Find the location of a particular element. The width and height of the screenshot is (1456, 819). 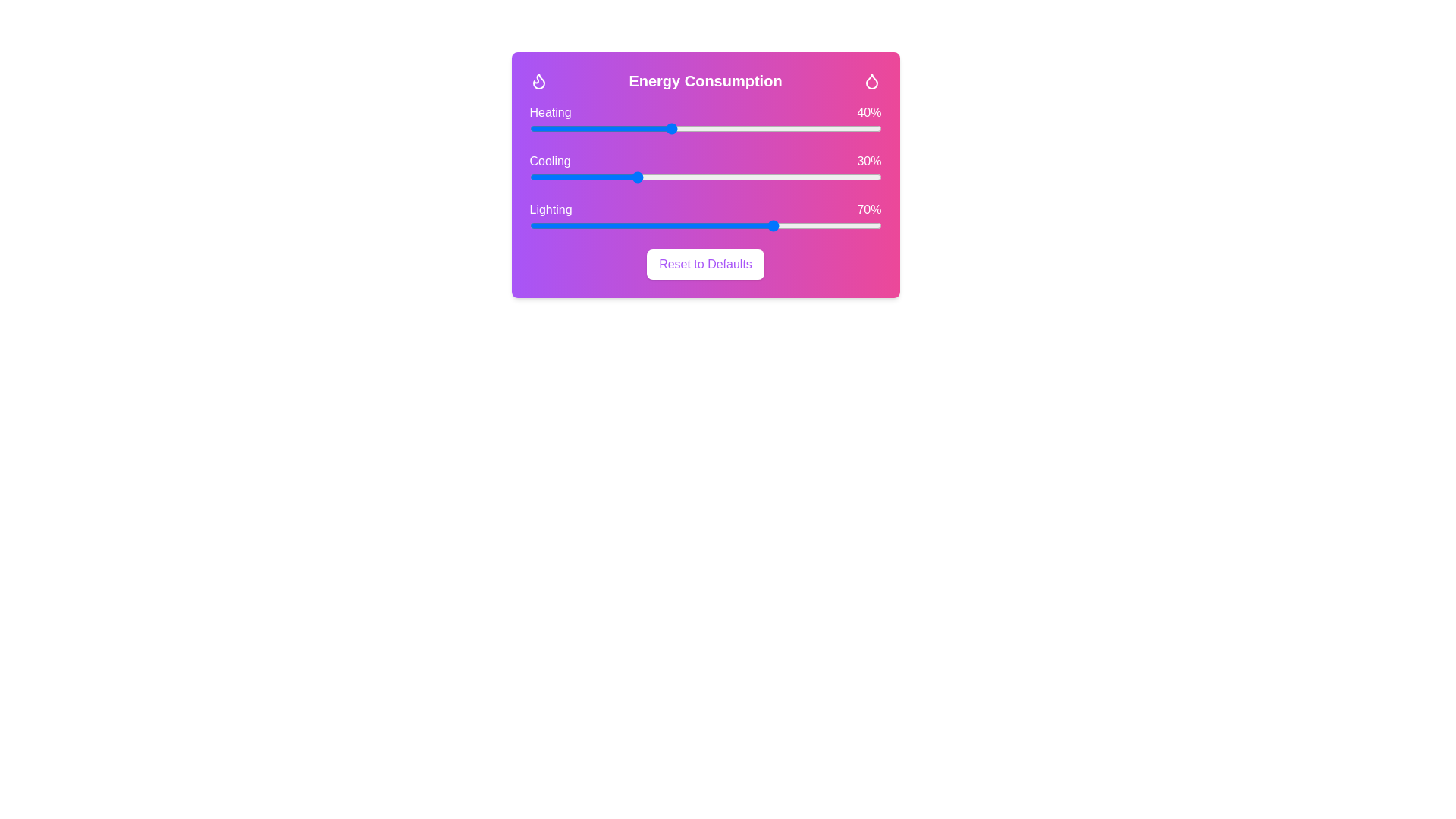

the 'Lighting' slider to set its value to 68 is located at coordinates (768, 225).